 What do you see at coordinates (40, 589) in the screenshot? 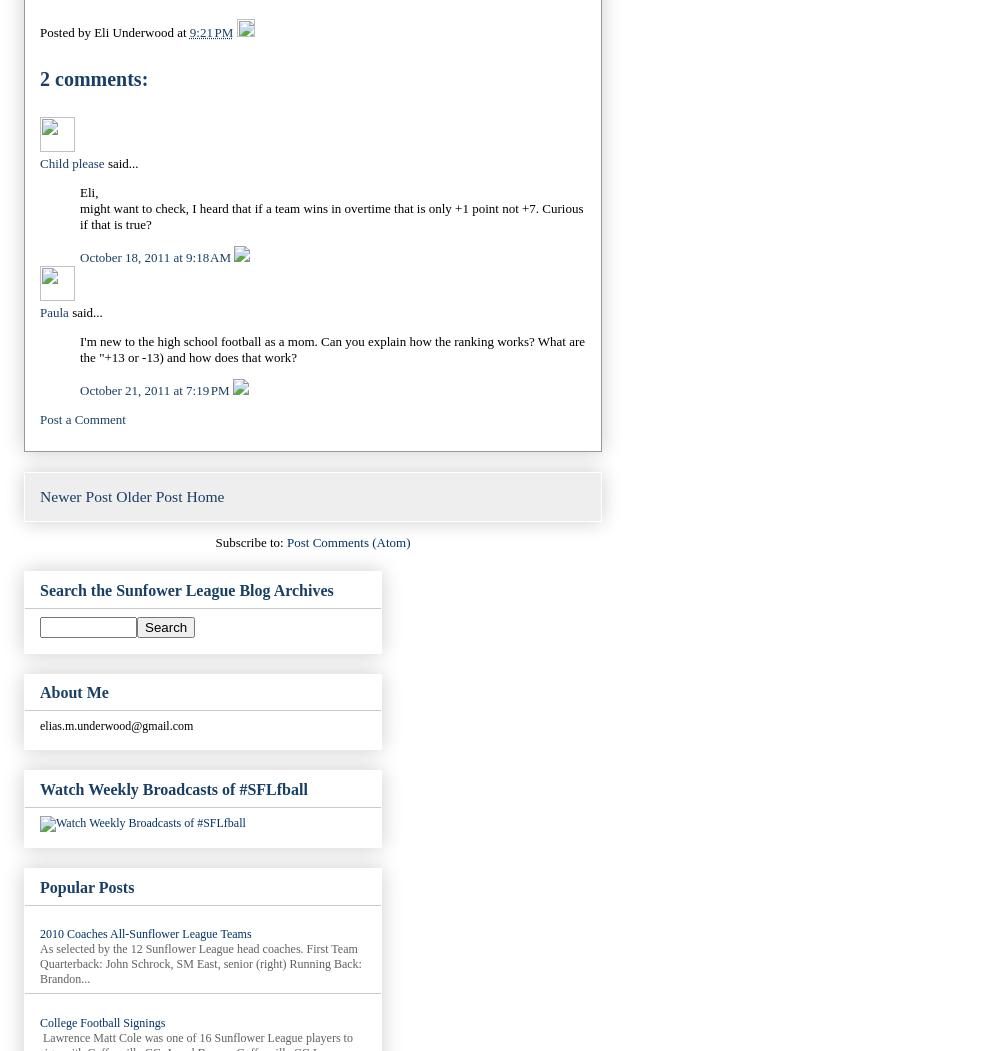
I see `'Search the Sunfower League Blog Archives'` at bounding box center [40, 589].